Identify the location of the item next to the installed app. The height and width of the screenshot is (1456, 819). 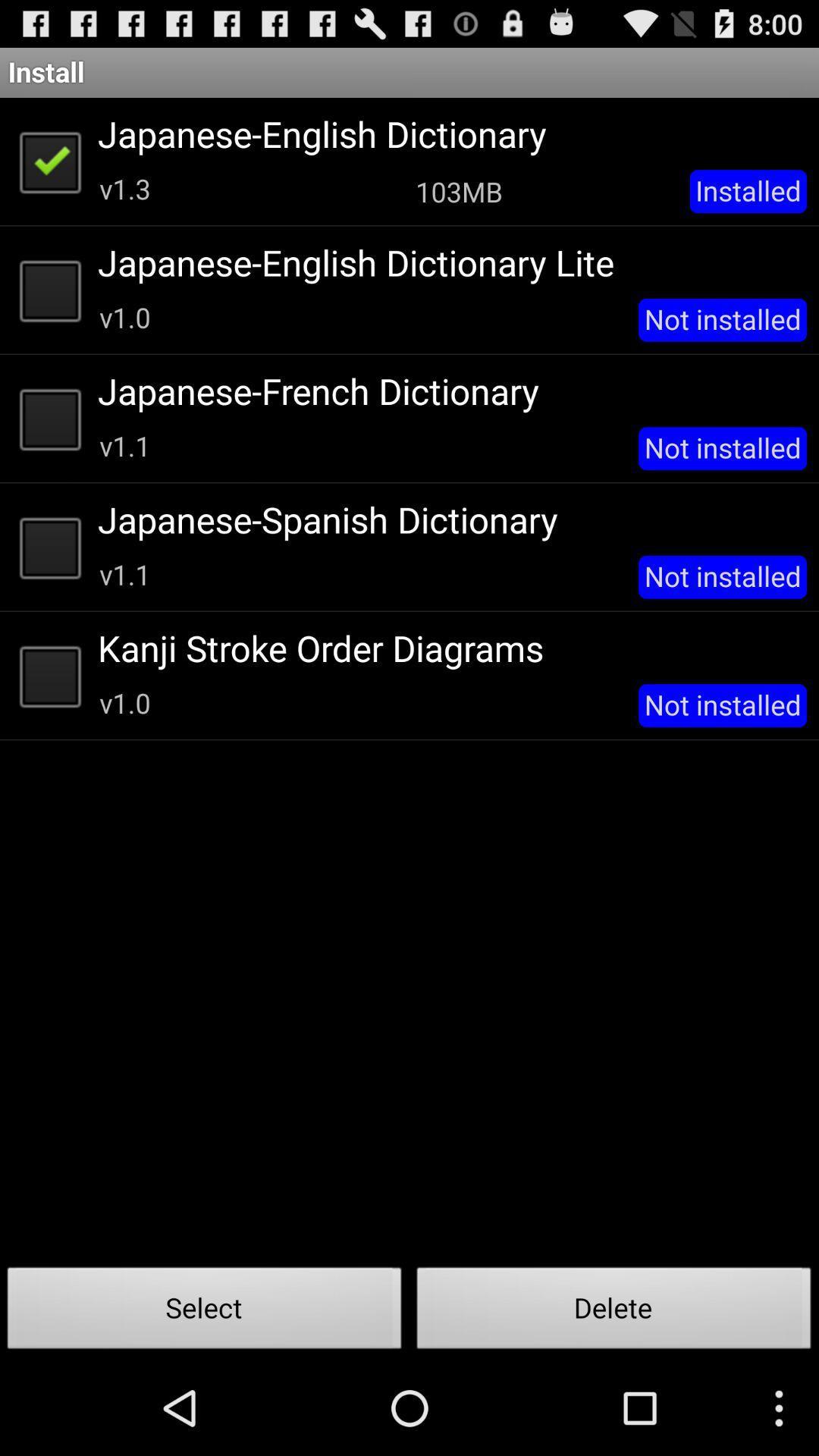
(458, 190).